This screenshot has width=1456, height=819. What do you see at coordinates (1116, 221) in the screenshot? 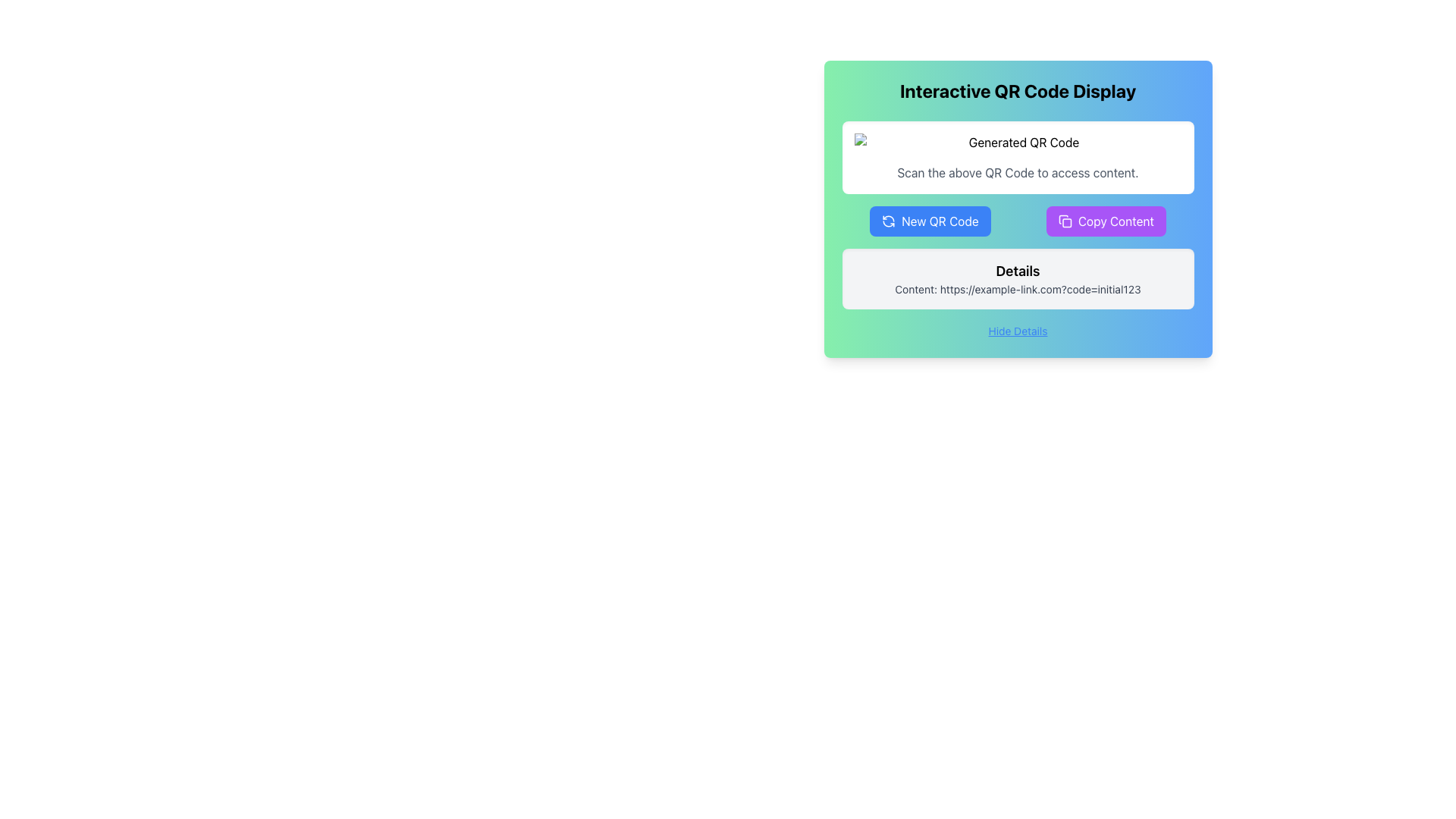
I see `the button that allows users to copy content related to the QR code displayed above on the interface` at bounding box center [1116, 221].